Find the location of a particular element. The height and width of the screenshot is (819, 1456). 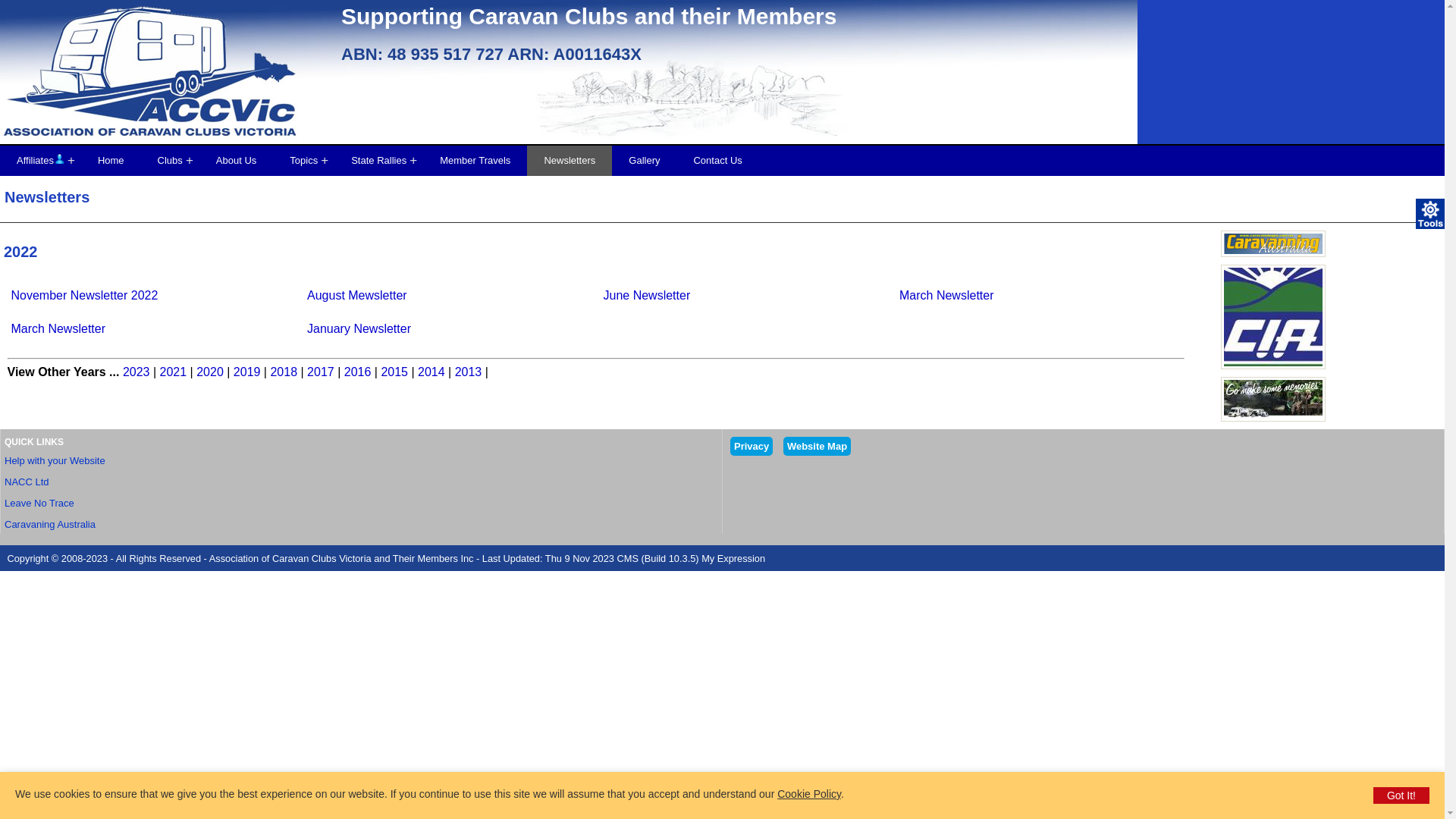

'Affiliates' is located at coordinates (40, 161).